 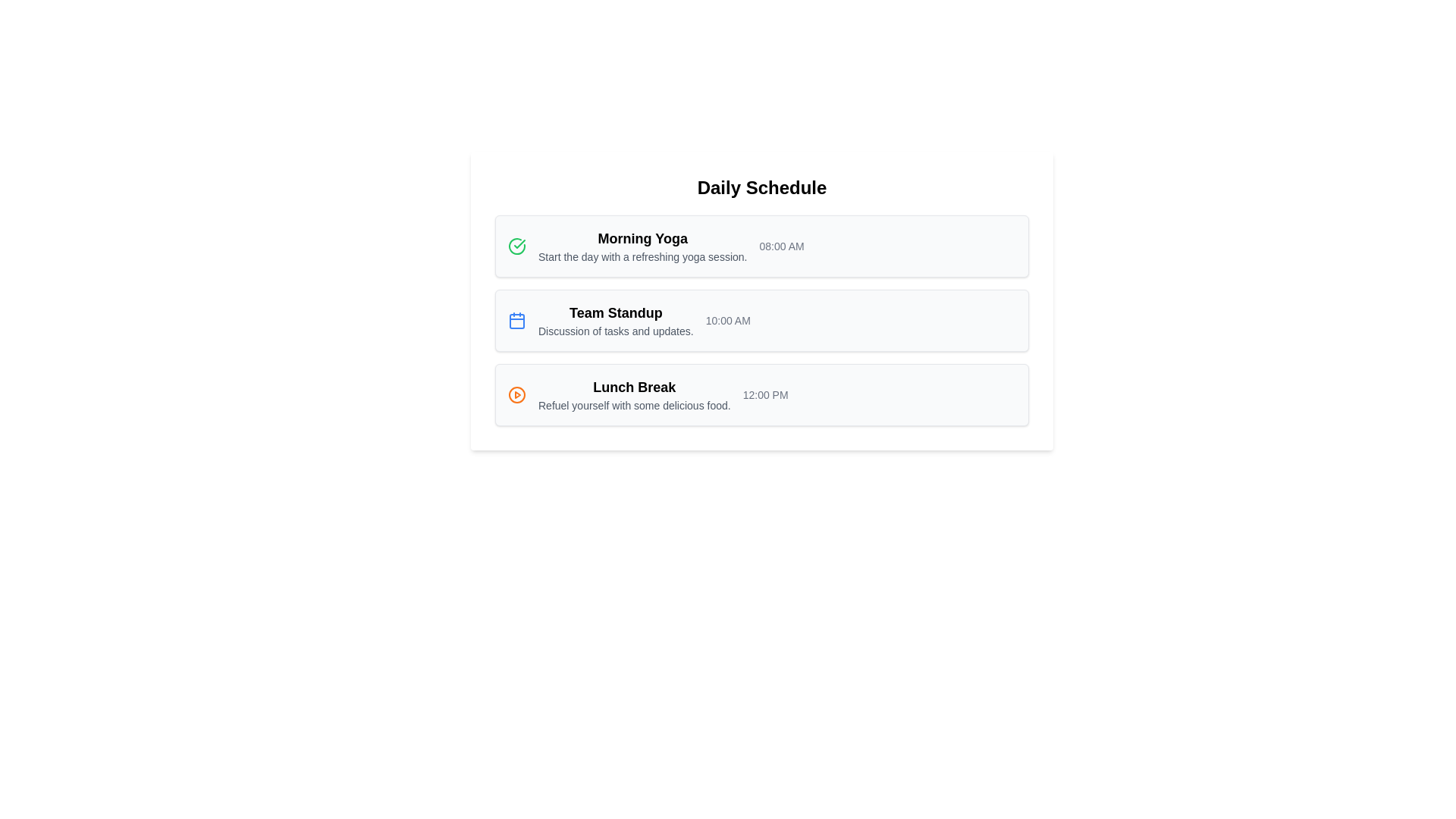 I want to click on the Text Block containing 'Lunch Break', so click(x=634, y=394).